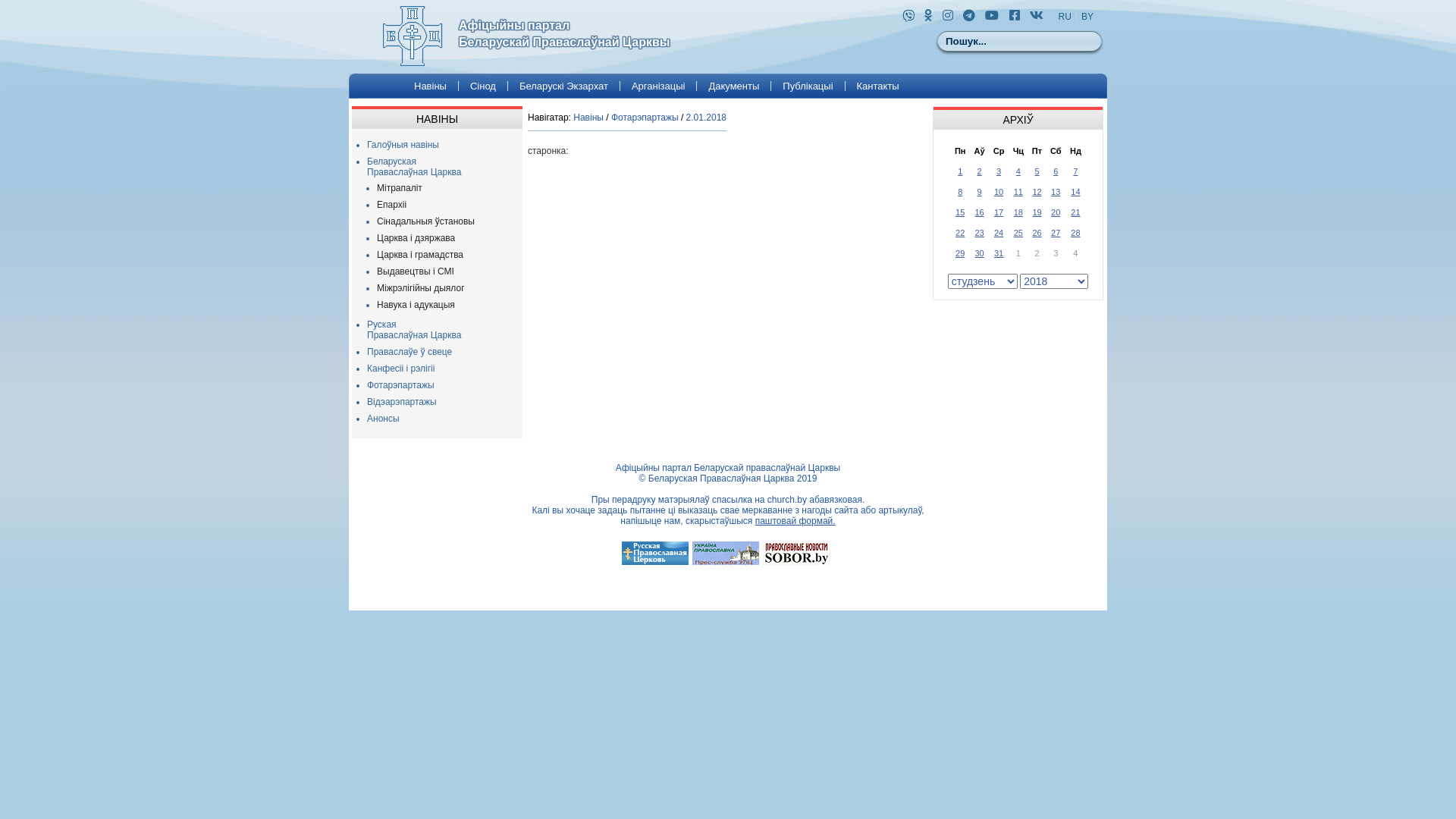  Describe the element at coordinates (1052, 171) in the screenshot. I see `'6'` at that location.